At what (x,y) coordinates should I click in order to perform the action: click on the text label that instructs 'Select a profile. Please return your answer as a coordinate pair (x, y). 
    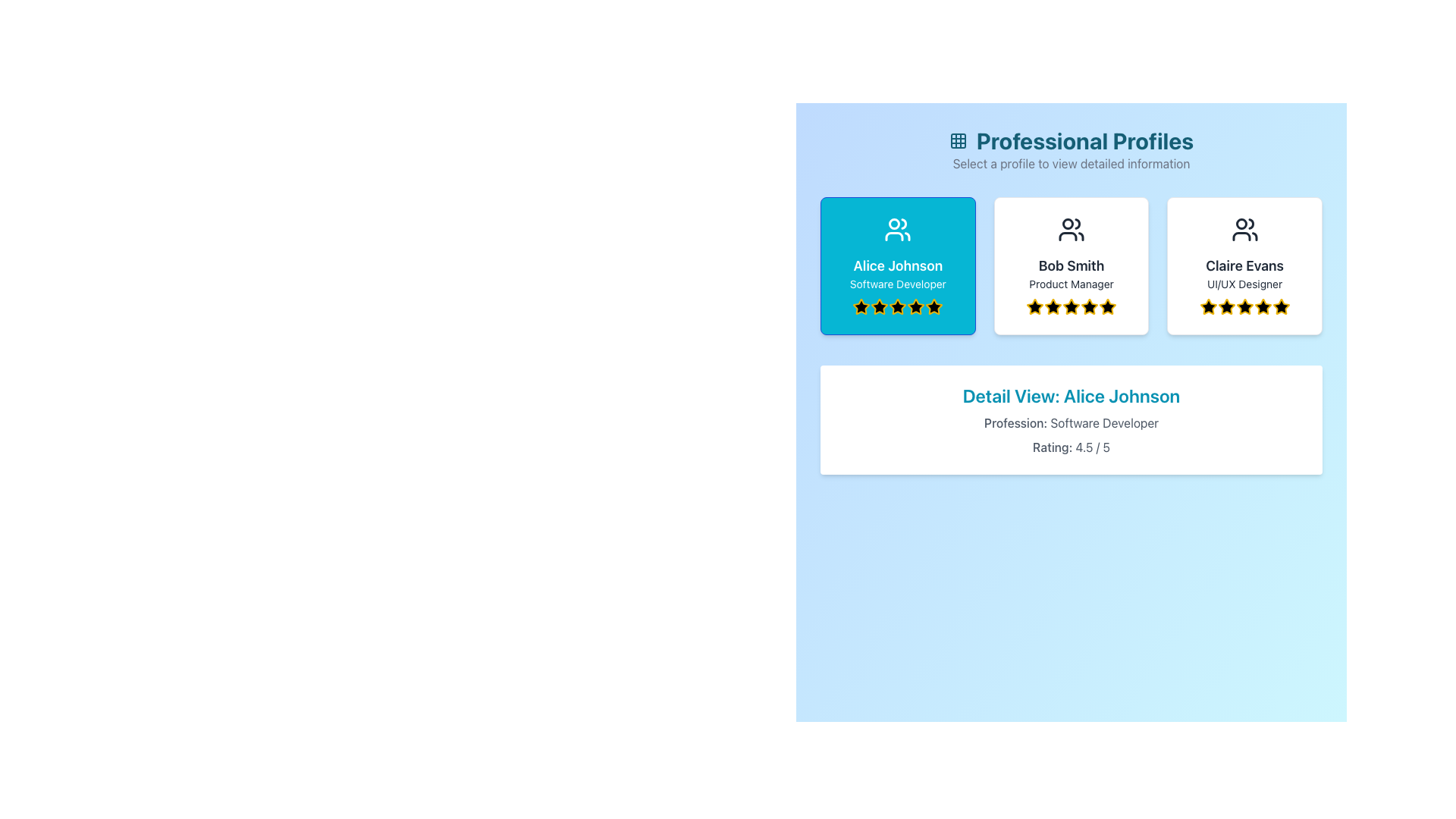
    Looking at the image, I should click on (1070, 164).